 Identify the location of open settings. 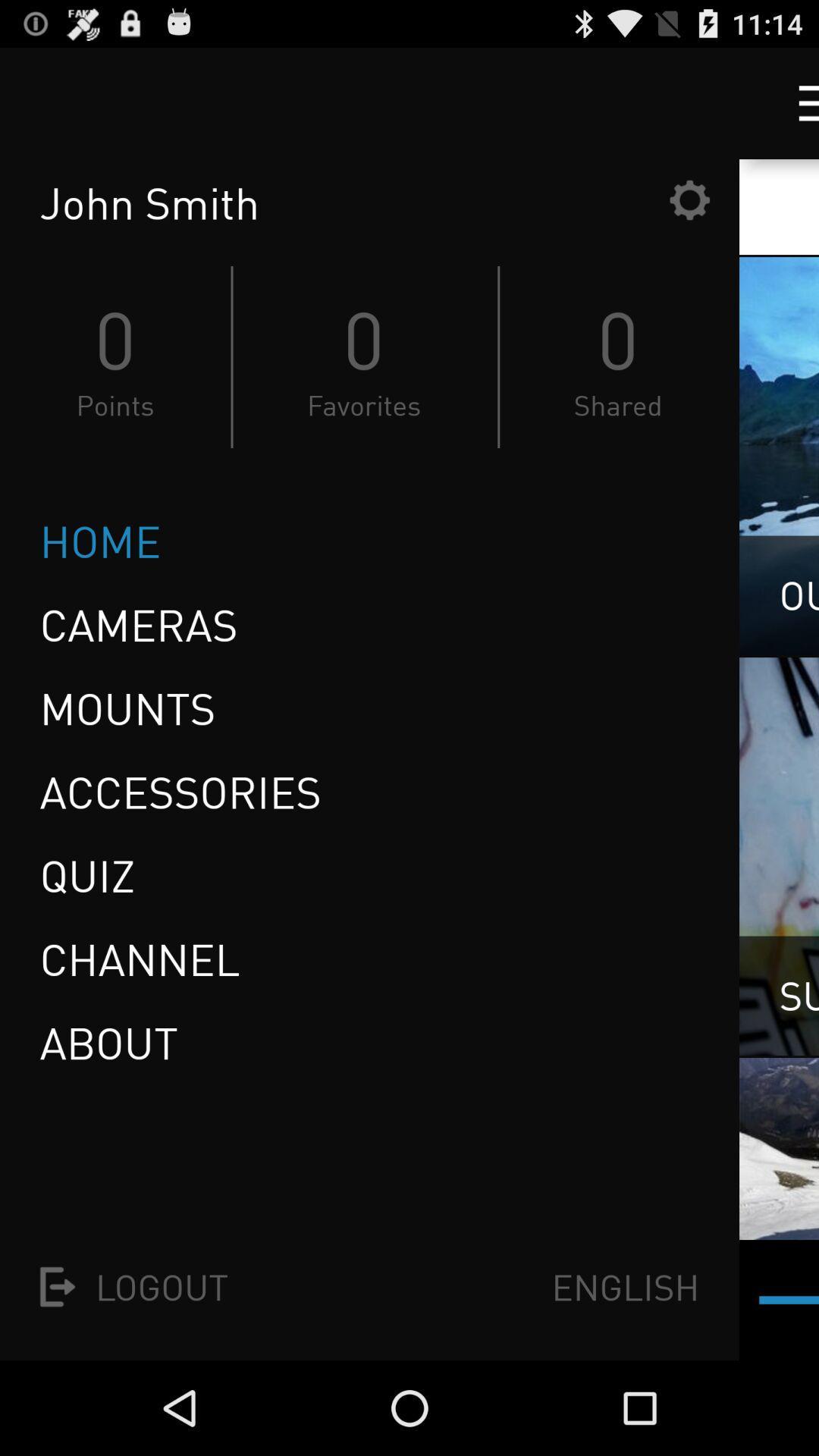
(689, 199).